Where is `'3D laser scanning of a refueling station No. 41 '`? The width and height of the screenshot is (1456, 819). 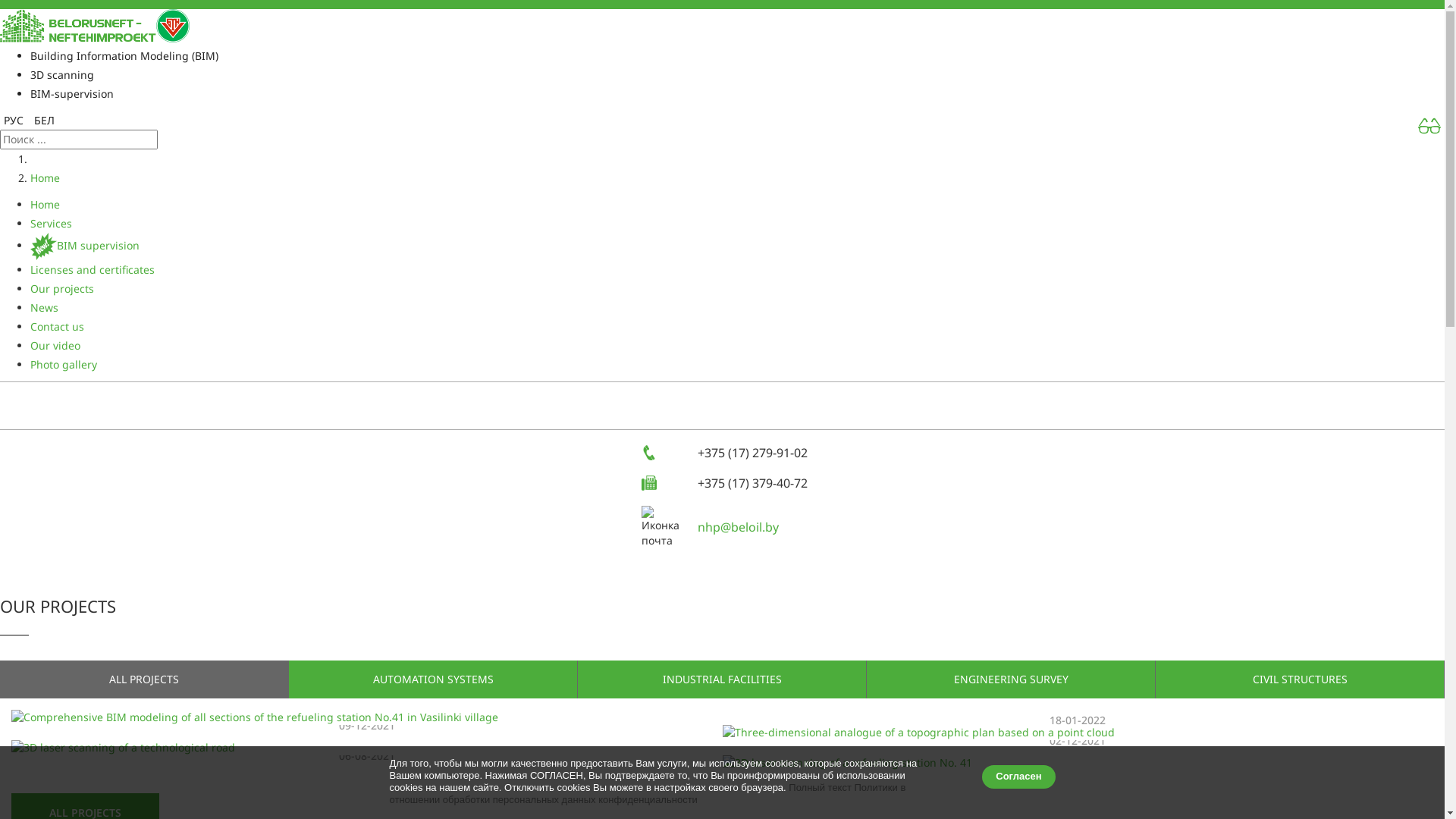
'3D laser scanning of a refueling station No. 41 ' is located at coordinates (1076, 763).